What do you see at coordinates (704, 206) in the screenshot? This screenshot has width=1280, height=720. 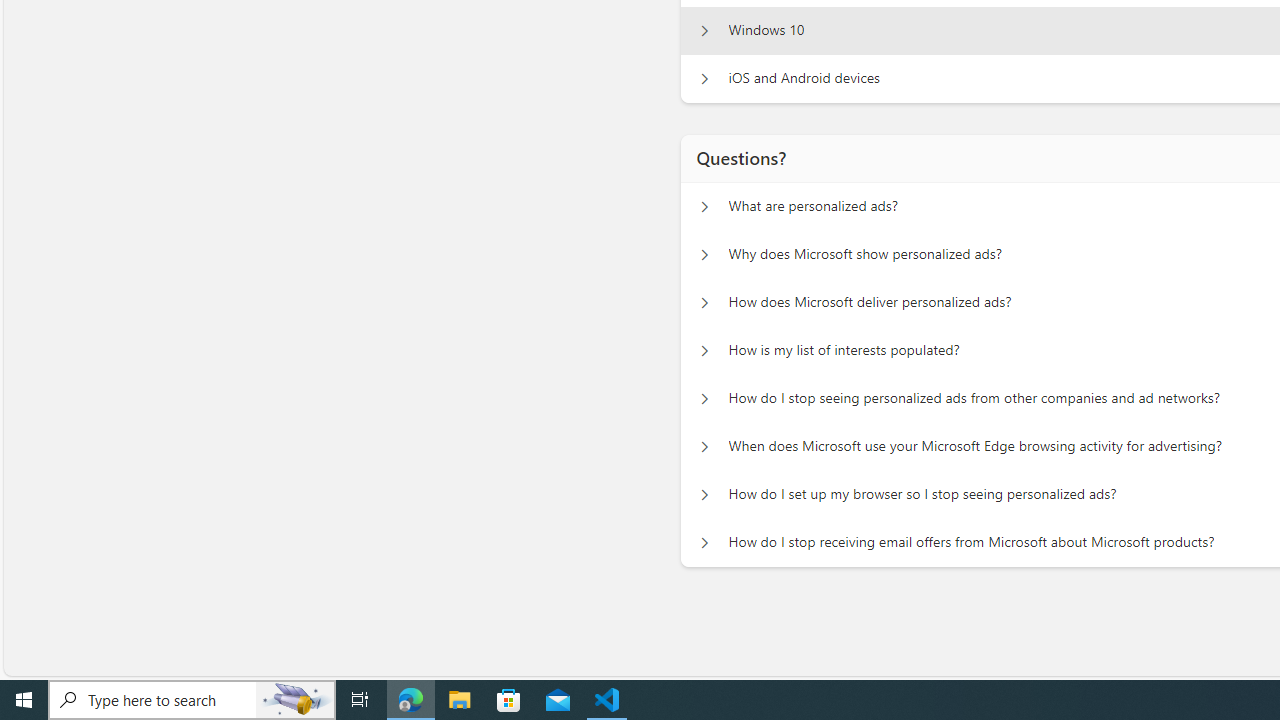 I see `'Questions? What are personalized ads?'` at bounding box center [704, 206].